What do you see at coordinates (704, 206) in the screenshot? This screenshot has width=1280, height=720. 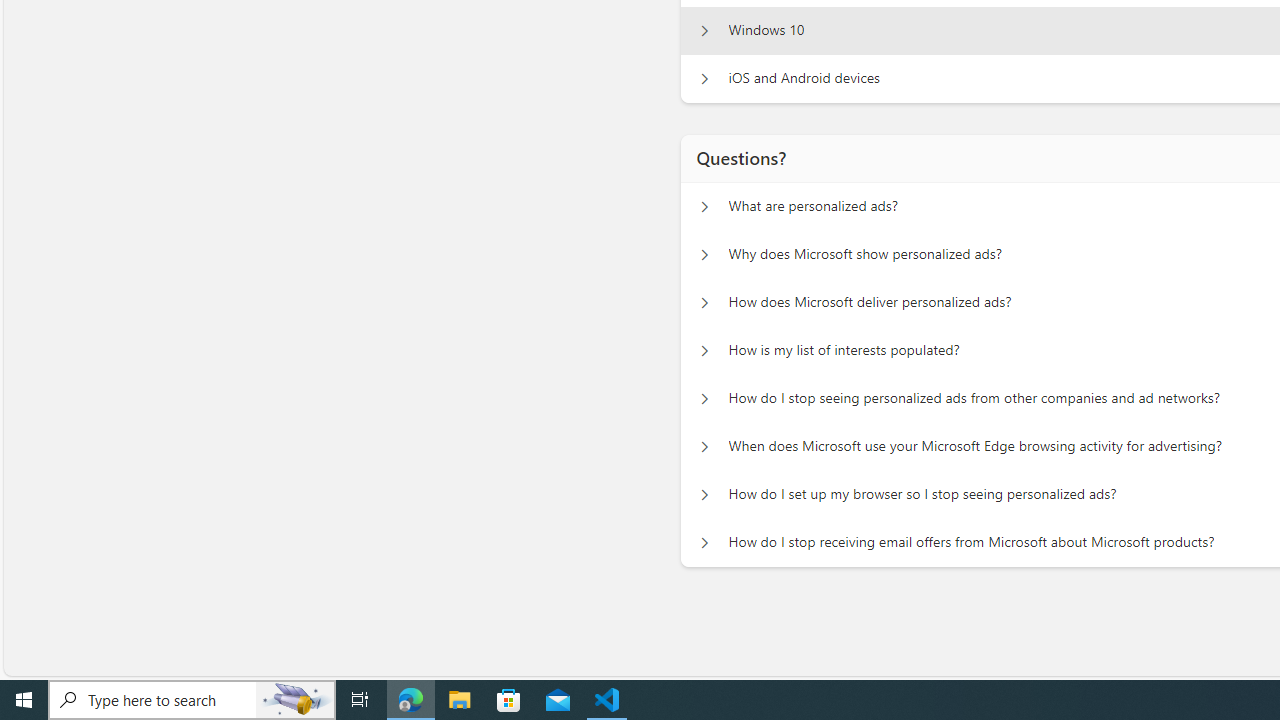 I see `'Questions? What are personalized ads?'` at bounding box center [704, 206].